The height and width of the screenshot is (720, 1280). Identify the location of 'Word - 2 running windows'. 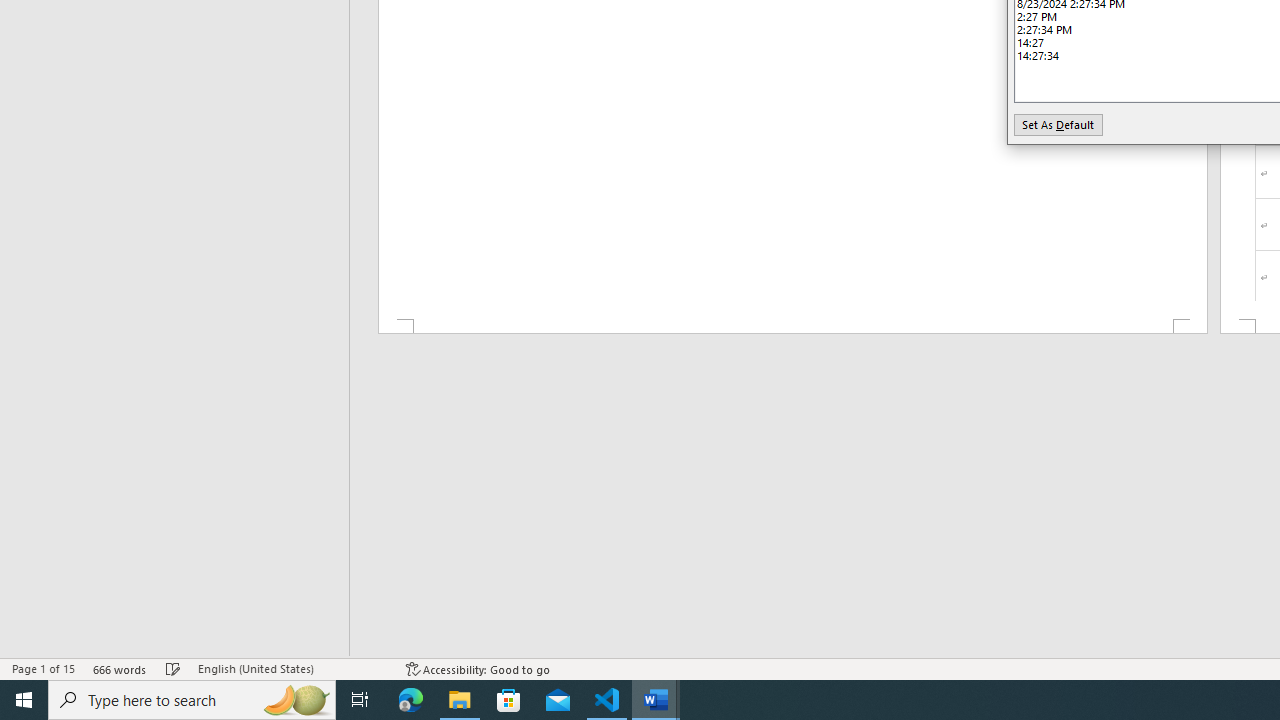
(656, 698).